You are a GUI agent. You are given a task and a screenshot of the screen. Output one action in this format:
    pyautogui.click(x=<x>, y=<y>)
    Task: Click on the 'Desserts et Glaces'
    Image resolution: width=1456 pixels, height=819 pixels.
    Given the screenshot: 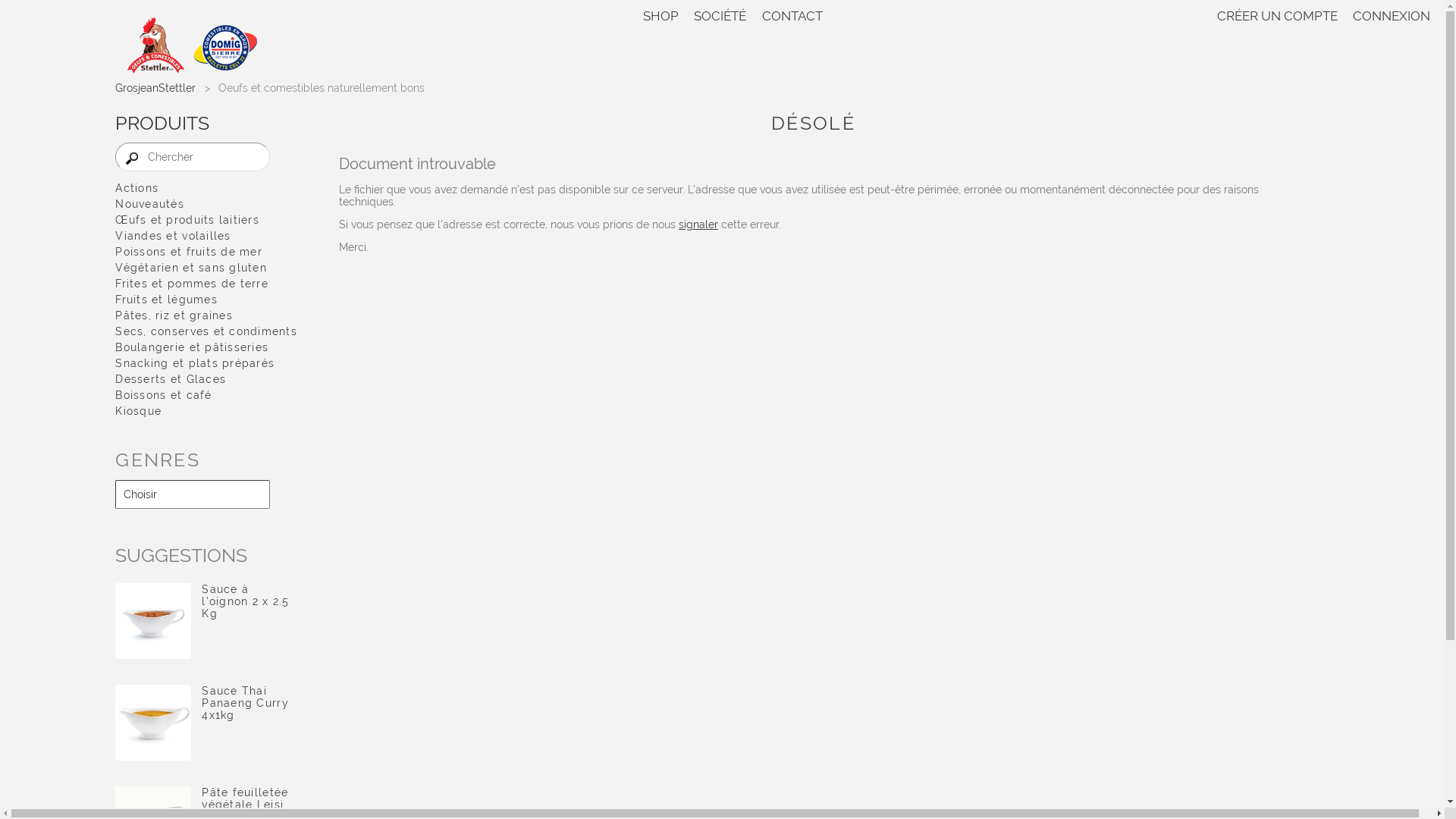 What is the action you would take?
    pyautogui.click(x=115, y=378)
    